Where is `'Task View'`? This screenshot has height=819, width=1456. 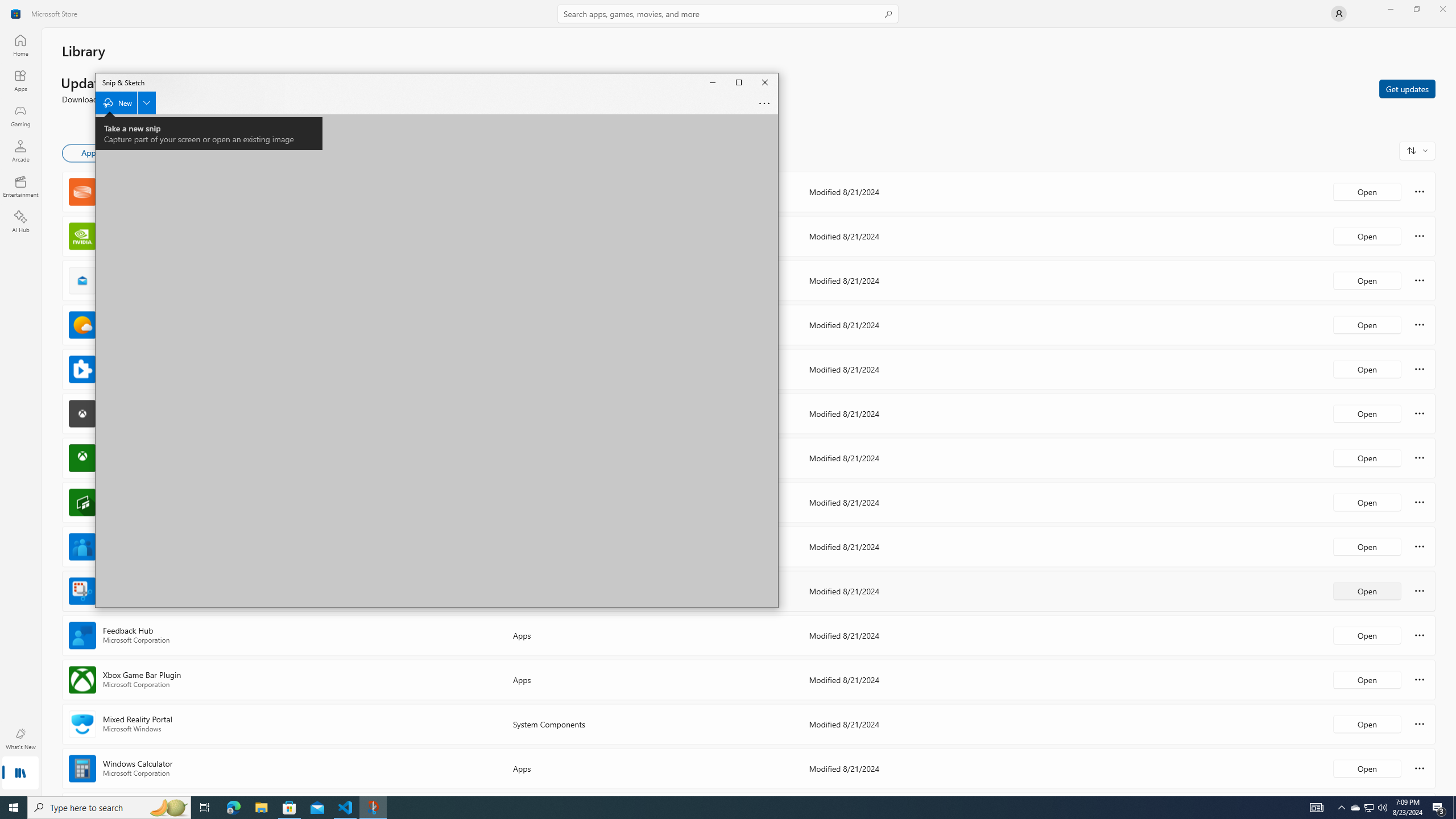
'Task View' is located at coordinates (204, 806).